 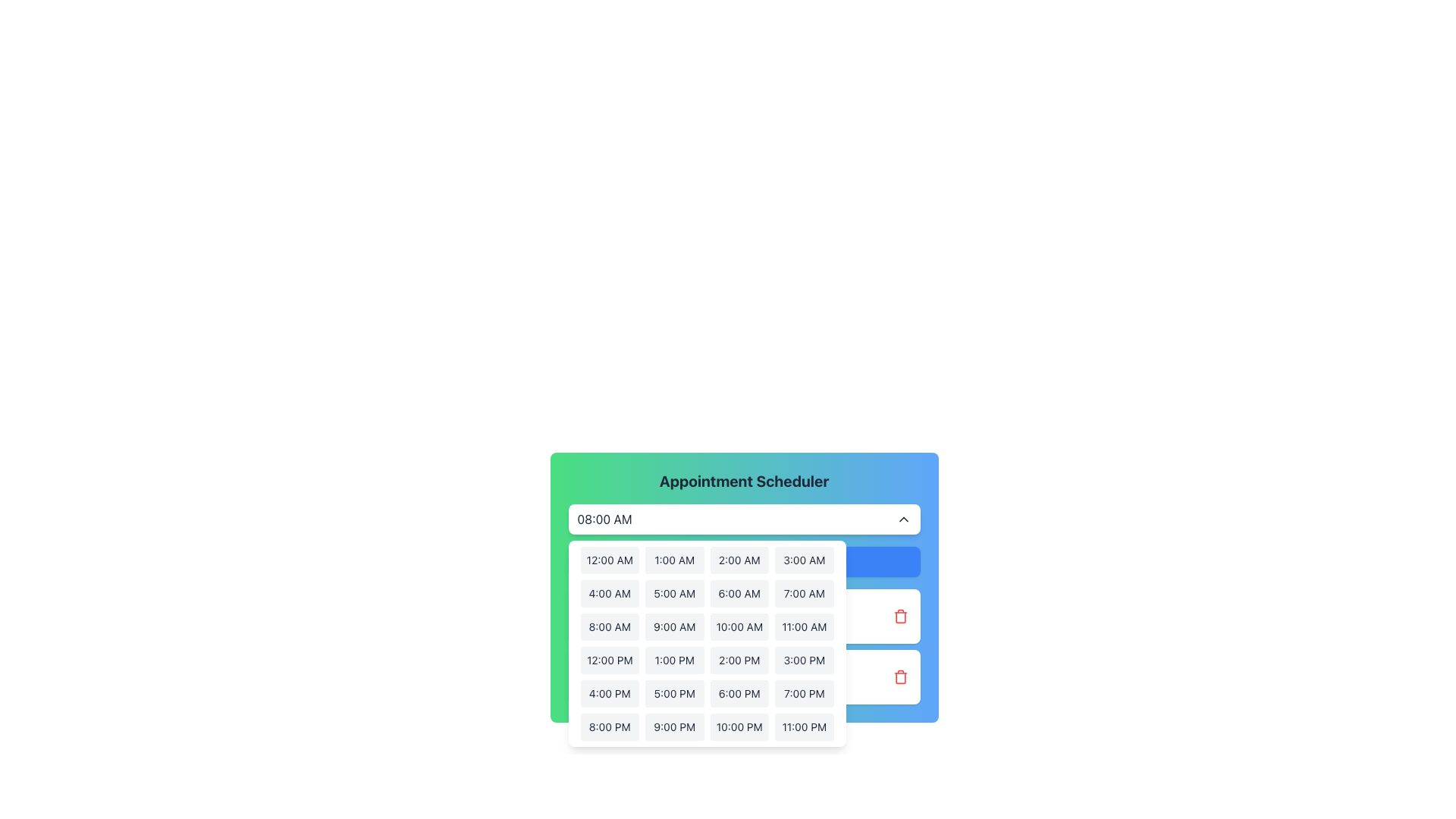 I want to click on the rectangular button with the text '4:00 AM', so click(x=610, y=593).